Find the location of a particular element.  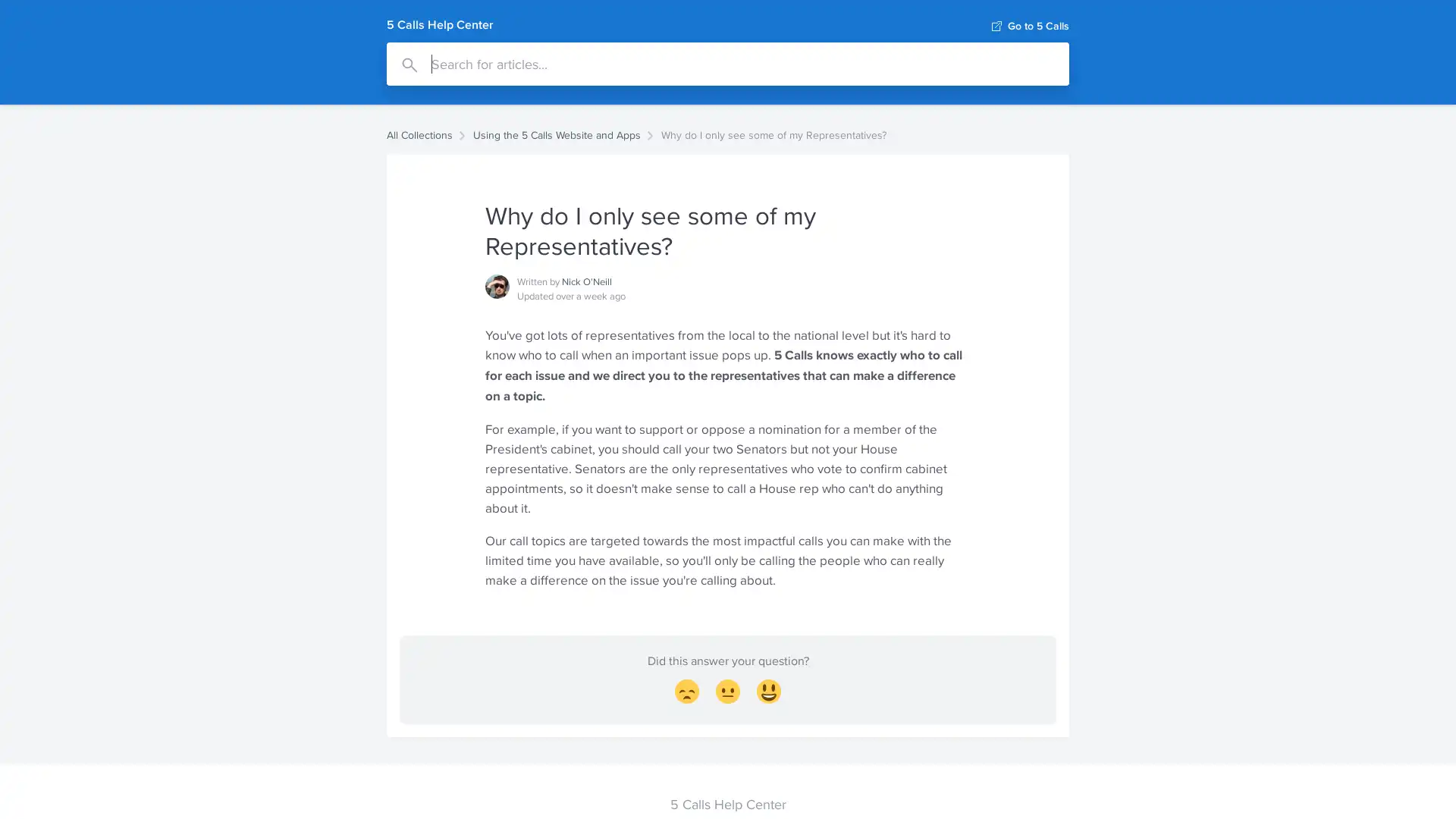

Open Intercom Messenger is located at coordinates (1417, 780).